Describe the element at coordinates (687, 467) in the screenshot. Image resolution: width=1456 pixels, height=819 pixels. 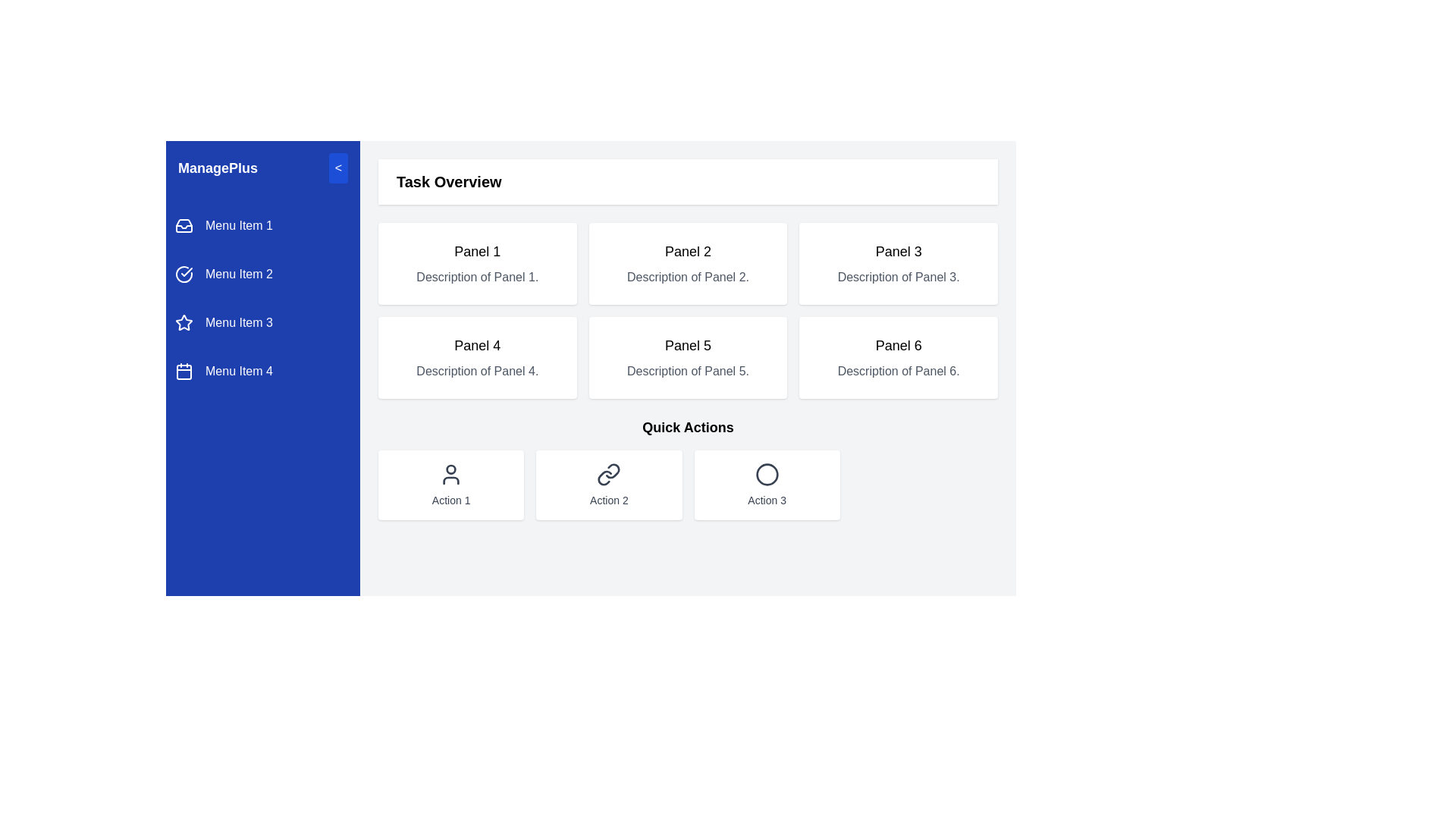
I see `the section with interactive elements located at the lower part of the visible area` at that location.